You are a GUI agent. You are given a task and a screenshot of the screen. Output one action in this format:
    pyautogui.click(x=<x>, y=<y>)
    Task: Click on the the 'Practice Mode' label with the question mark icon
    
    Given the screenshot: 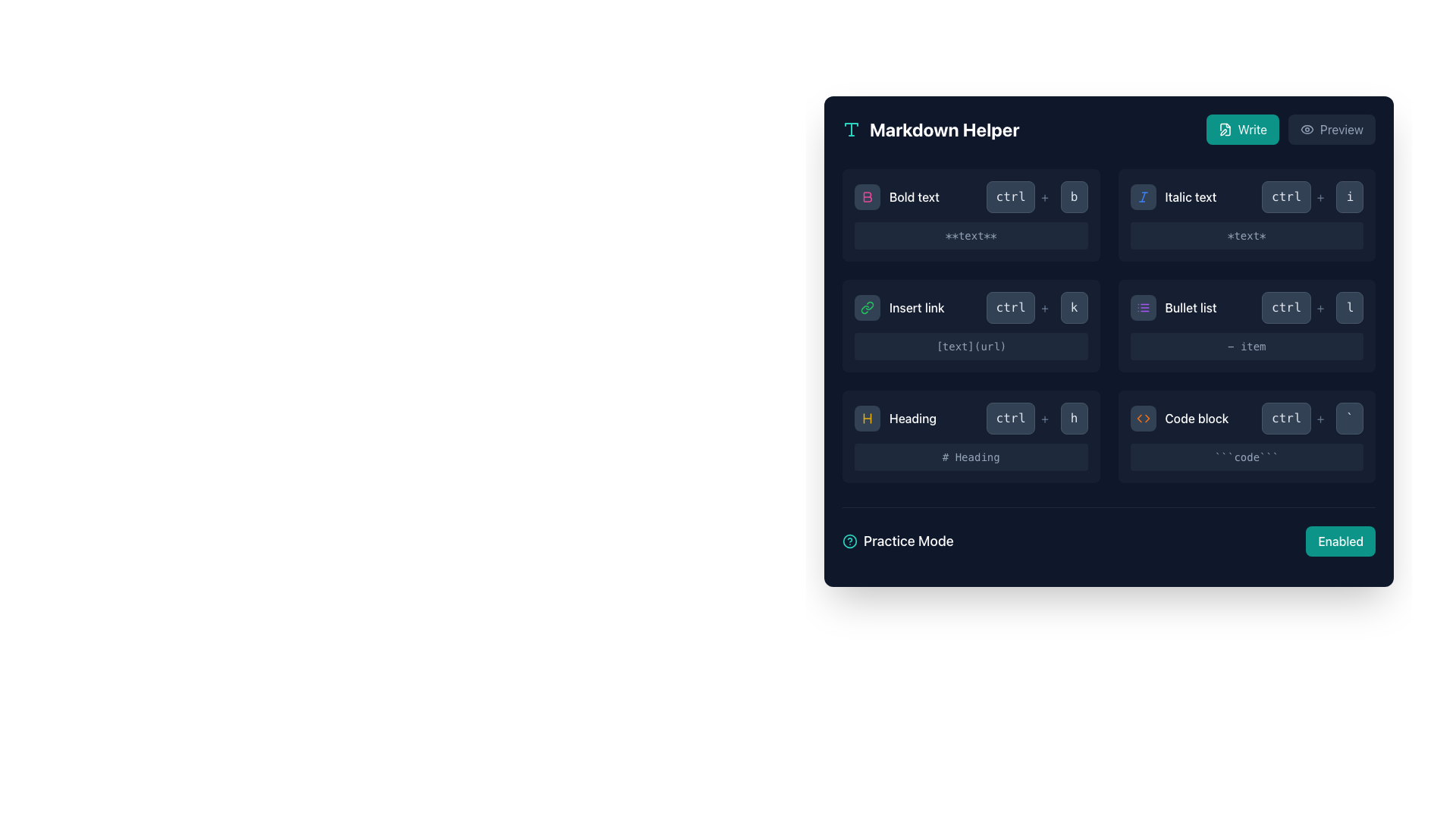 What is the action you would take?
    pyautogui.click(x=898, y=540)
    